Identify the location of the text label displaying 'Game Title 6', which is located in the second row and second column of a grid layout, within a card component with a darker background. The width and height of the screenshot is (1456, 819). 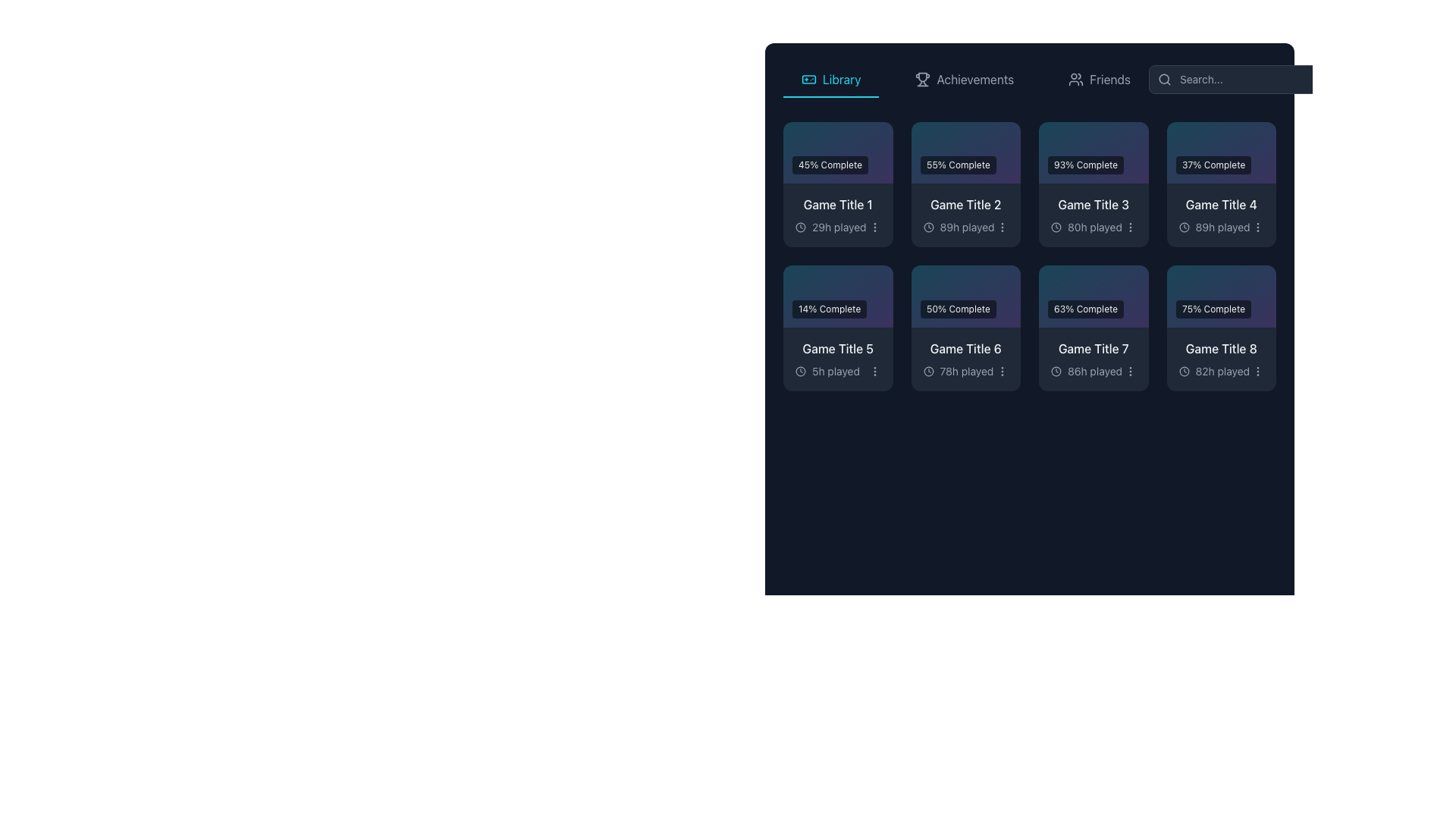
(965, 348).